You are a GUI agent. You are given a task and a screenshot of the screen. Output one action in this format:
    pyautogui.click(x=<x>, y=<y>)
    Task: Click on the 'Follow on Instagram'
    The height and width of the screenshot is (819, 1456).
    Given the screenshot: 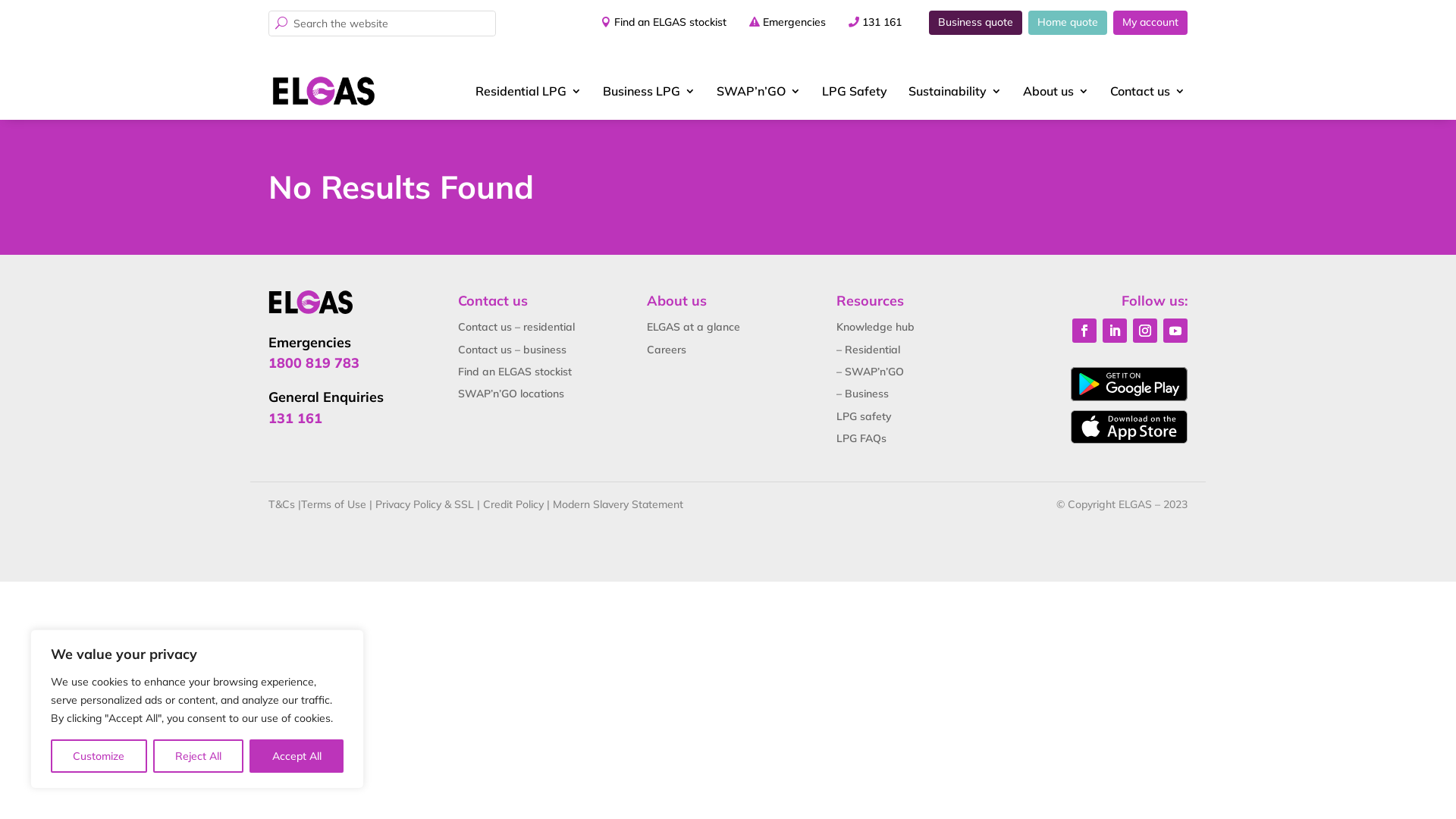 What is the action you would take?
    pyautogui.click(x=1145, y=329)
    